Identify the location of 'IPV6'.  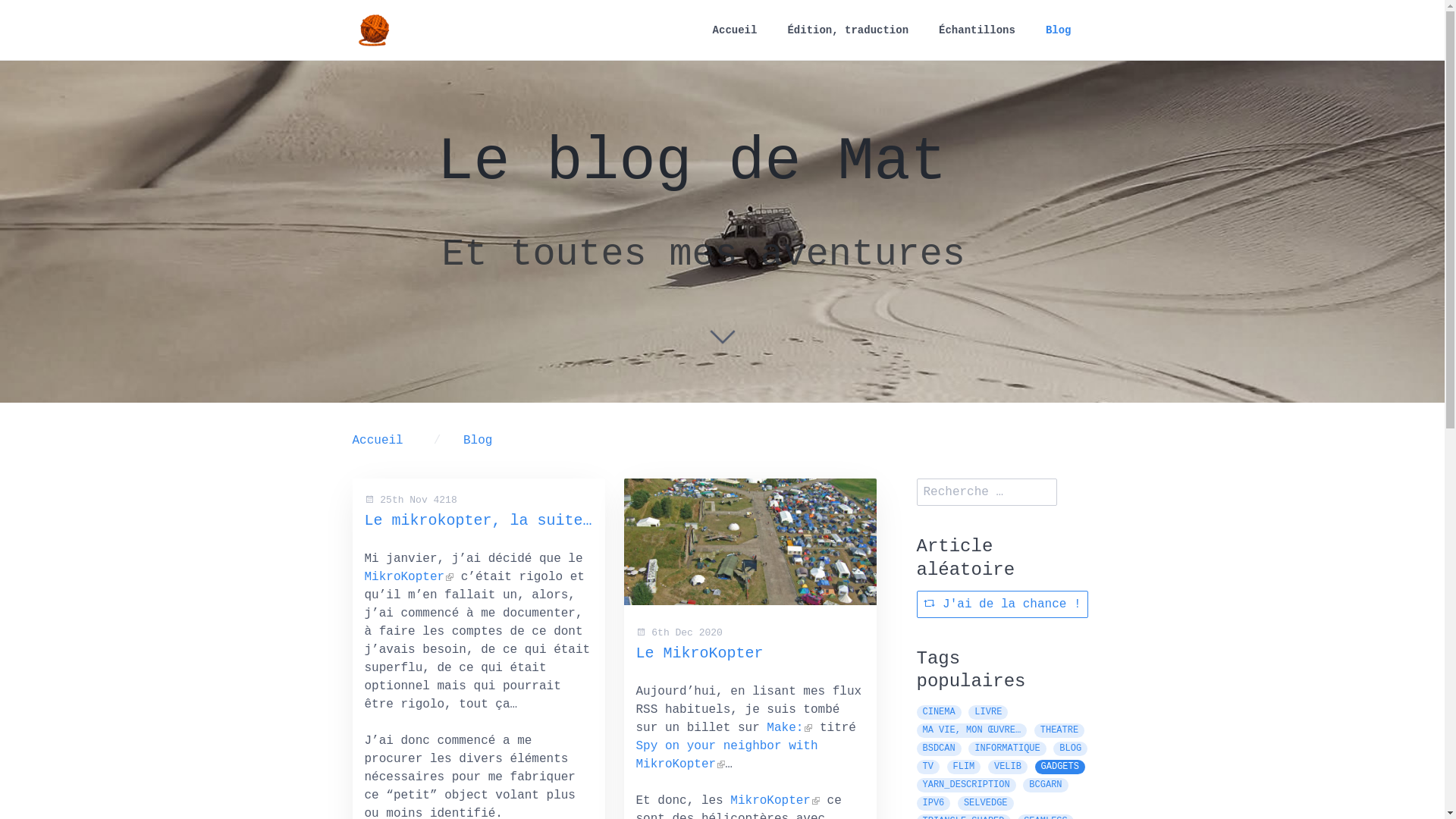
(932, 802).